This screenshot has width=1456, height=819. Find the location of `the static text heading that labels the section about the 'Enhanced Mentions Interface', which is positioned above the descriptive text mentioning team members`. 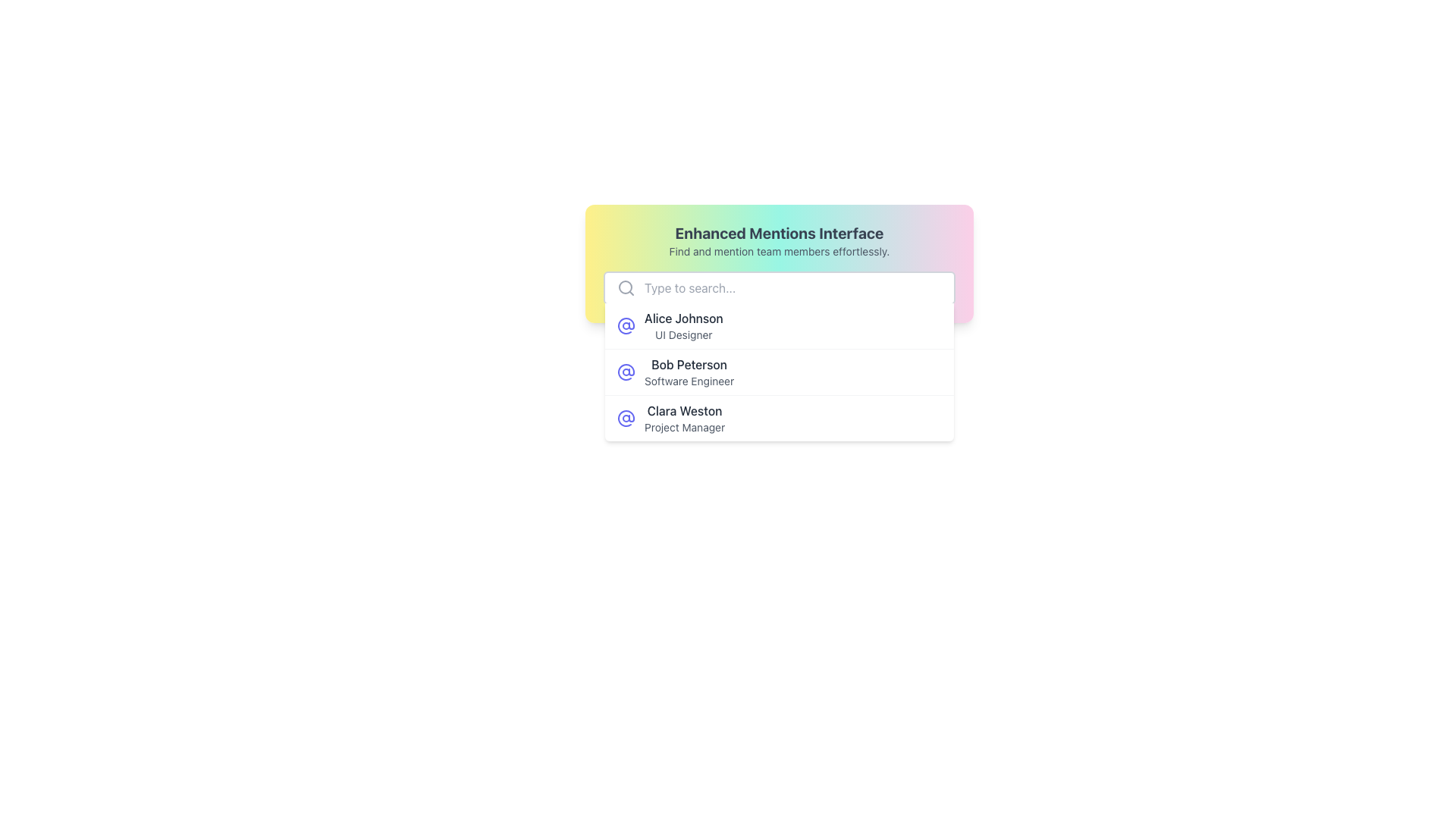

the static text heading that labels the section about the 'Enhanced Mentions Interface', which is positioned above the descriptive text mentioning team members is located at coordinates (779, 234).